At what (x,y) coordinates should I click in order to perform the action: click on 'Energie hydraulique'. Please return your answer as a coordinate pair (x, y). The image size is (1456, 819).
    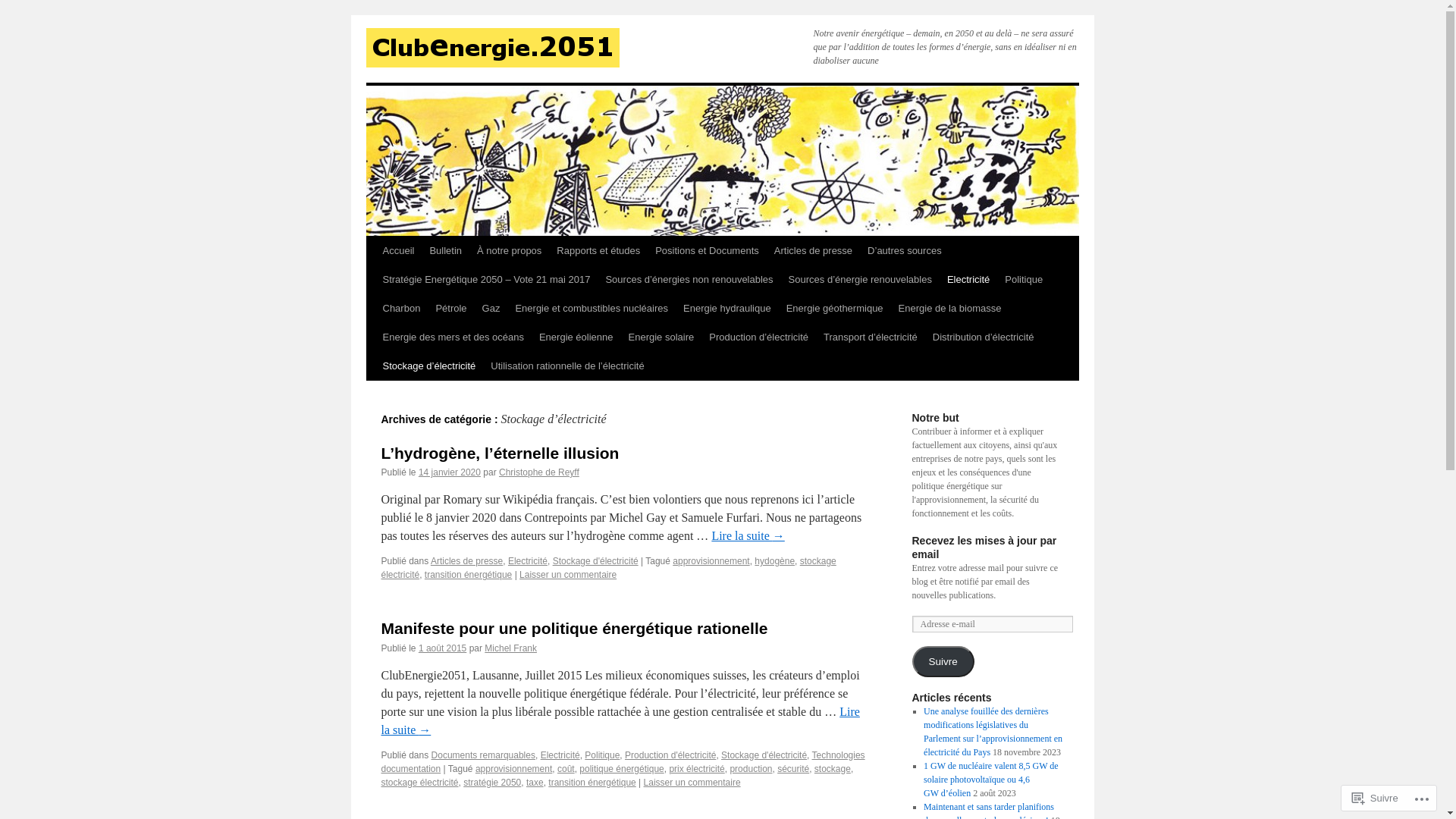
    Looking at the image, I should click on (675, 308).